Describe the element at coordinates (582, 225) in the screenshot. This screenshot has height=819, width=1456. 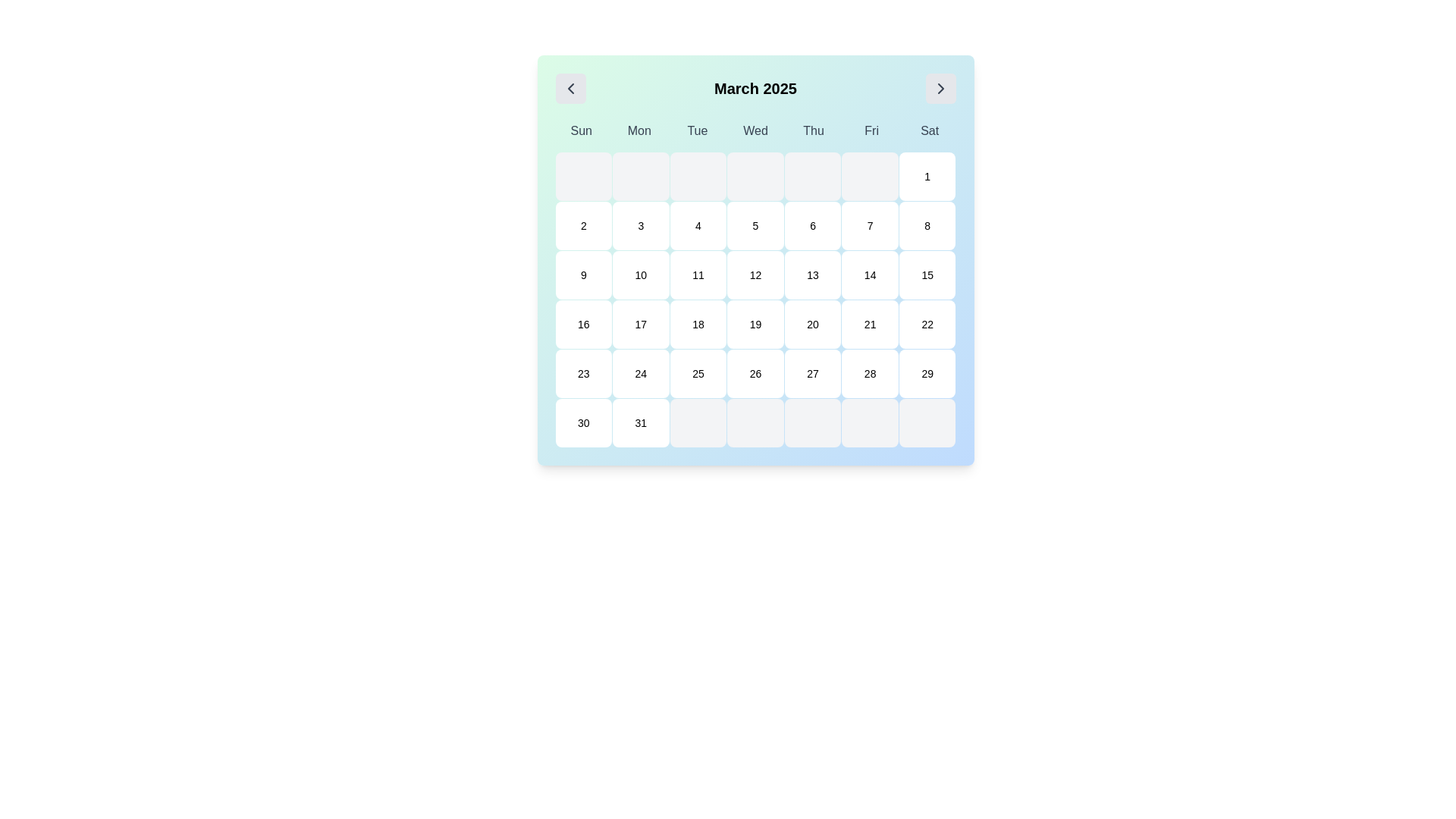
I see `the small square button displaying the number '2' in bold black text, which is located in the second cell of the second row of the calendar grid` at that location.